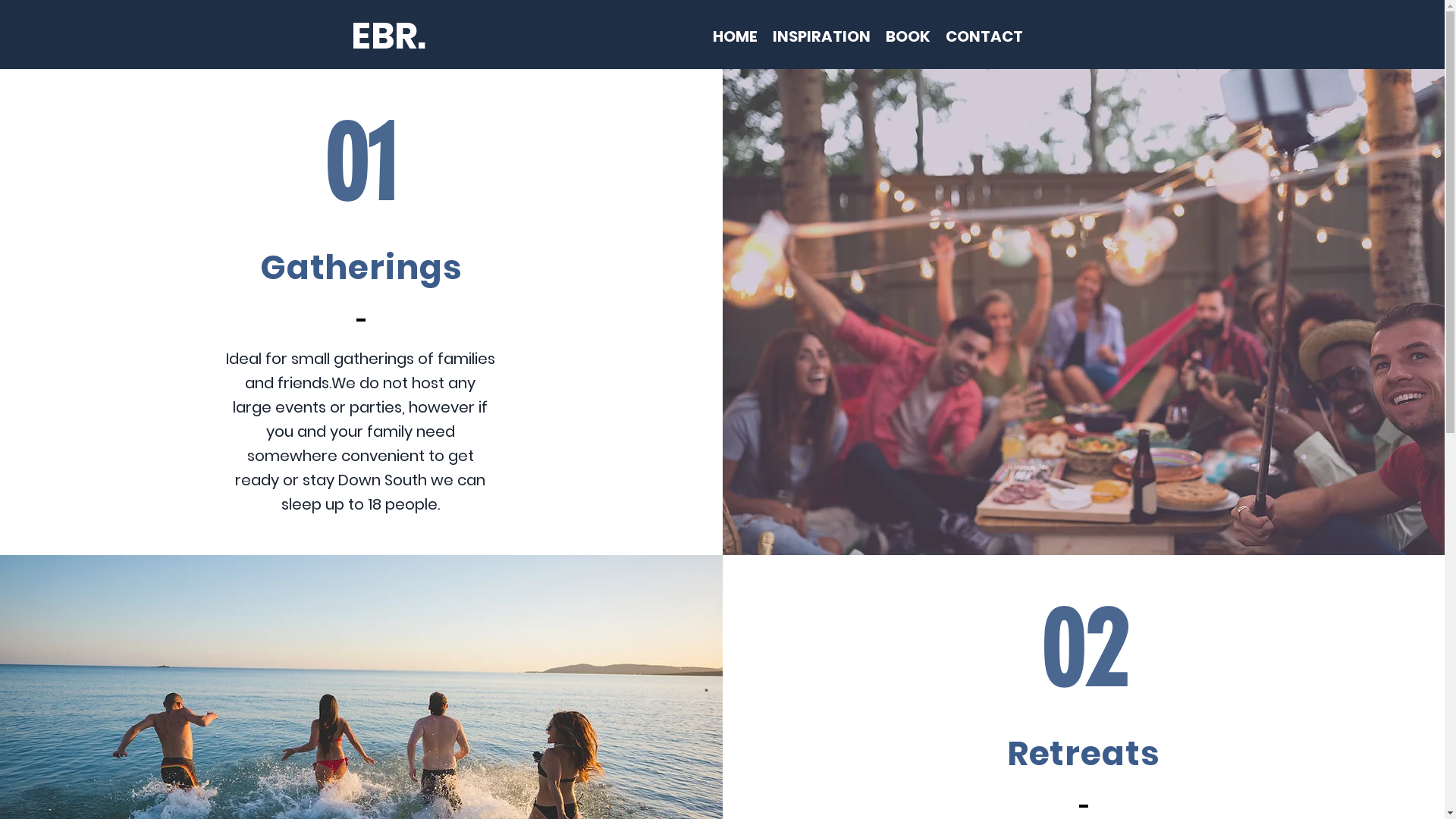 The image size is (1456, 819). I want to click on 'HOME', so click(735, 35).